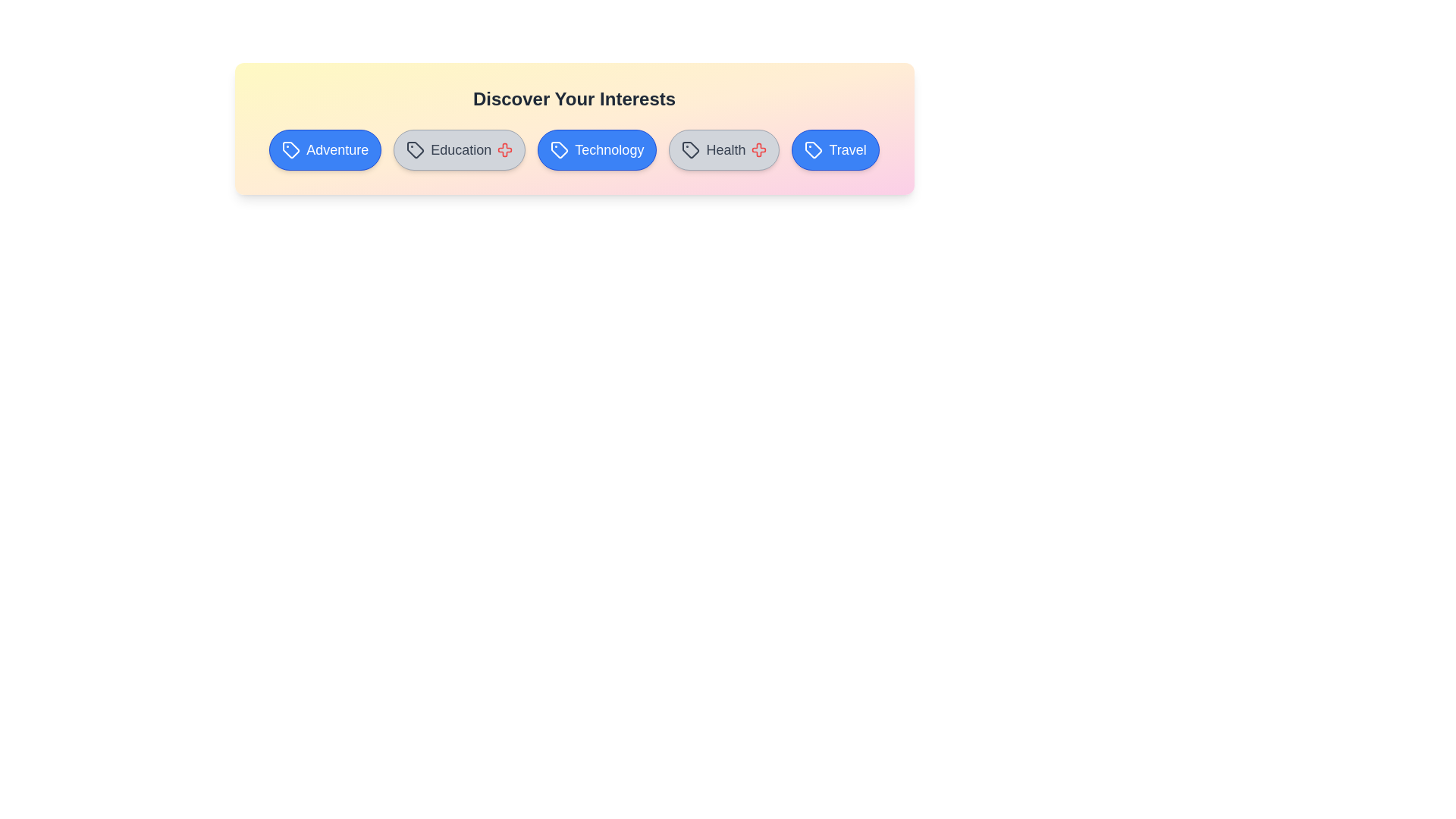  What do you see at coordinates (835, 149) in the screenshot?
I see `the tag labeled Travel to observe the hover effect` at bounding box center [835, 149].